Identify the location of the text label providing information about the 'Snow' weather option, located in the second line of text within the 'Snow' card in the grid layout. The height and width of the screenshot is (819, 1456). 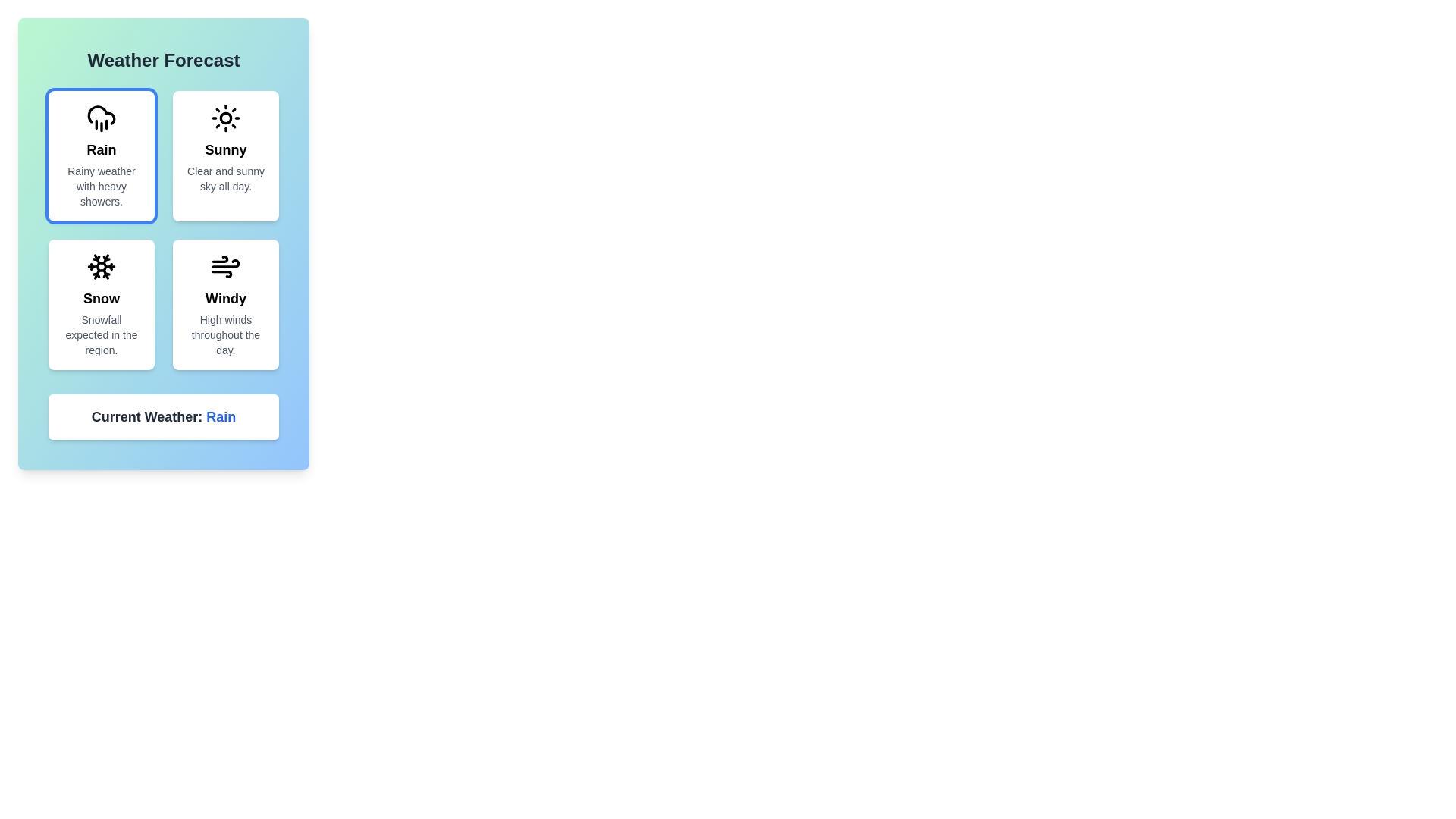
(101, 334).